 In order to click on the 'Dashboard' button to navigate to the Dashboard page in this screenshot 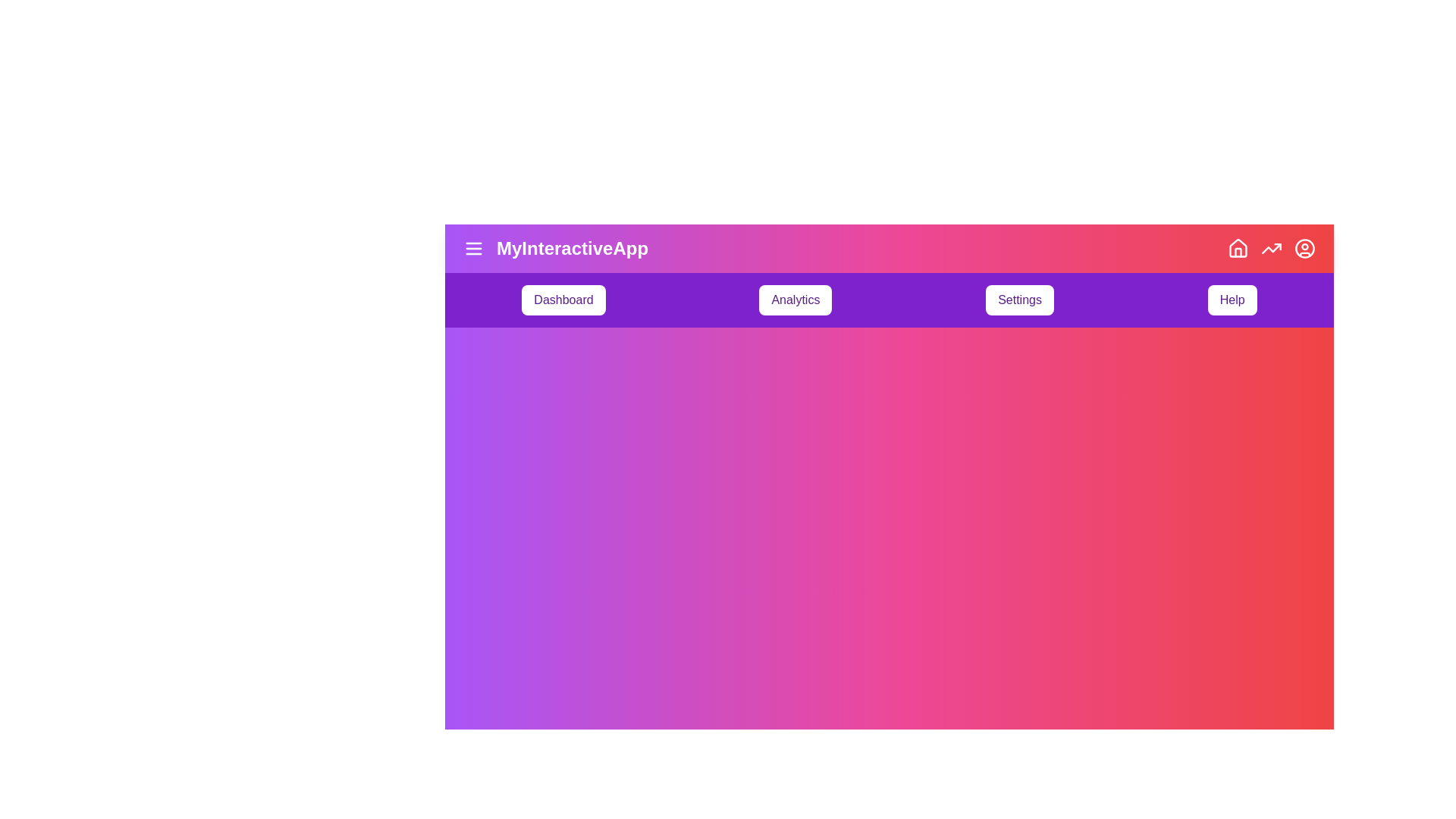, I will do `click(563, 300)`.